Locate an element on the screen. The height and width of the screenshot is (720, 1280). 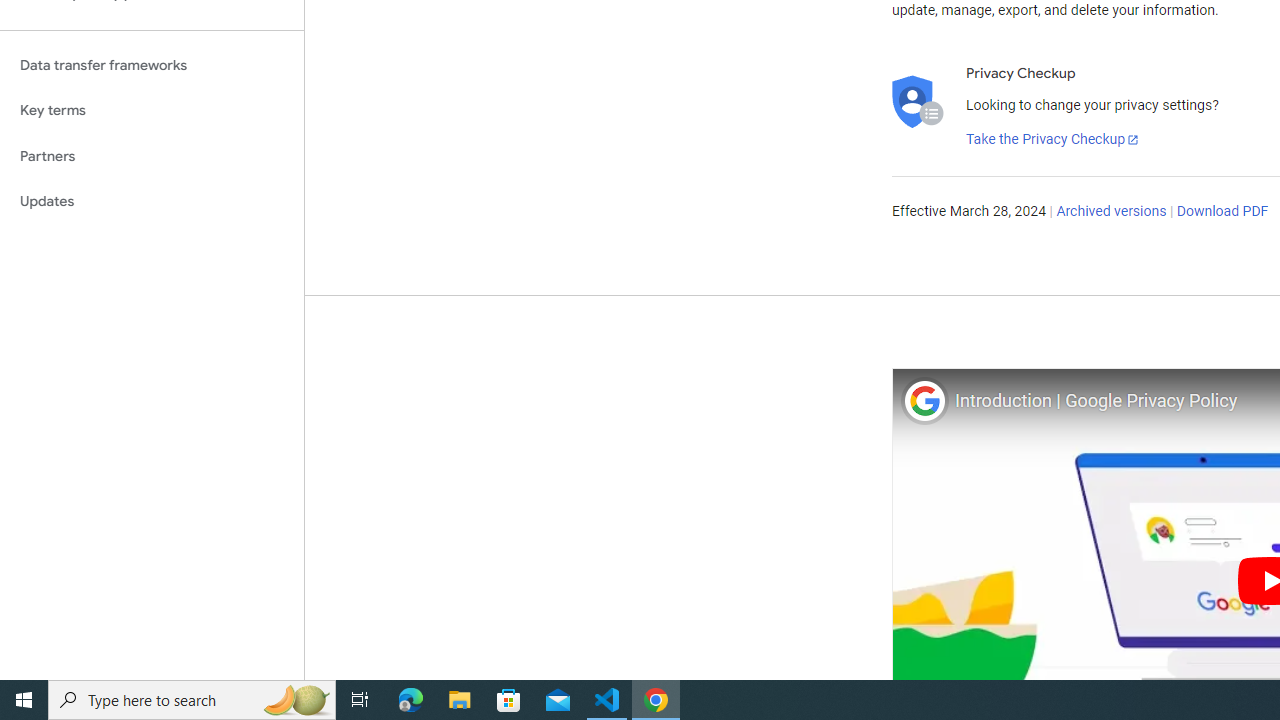
'Data transfer frameworks' is located at coordinates (151, 64).